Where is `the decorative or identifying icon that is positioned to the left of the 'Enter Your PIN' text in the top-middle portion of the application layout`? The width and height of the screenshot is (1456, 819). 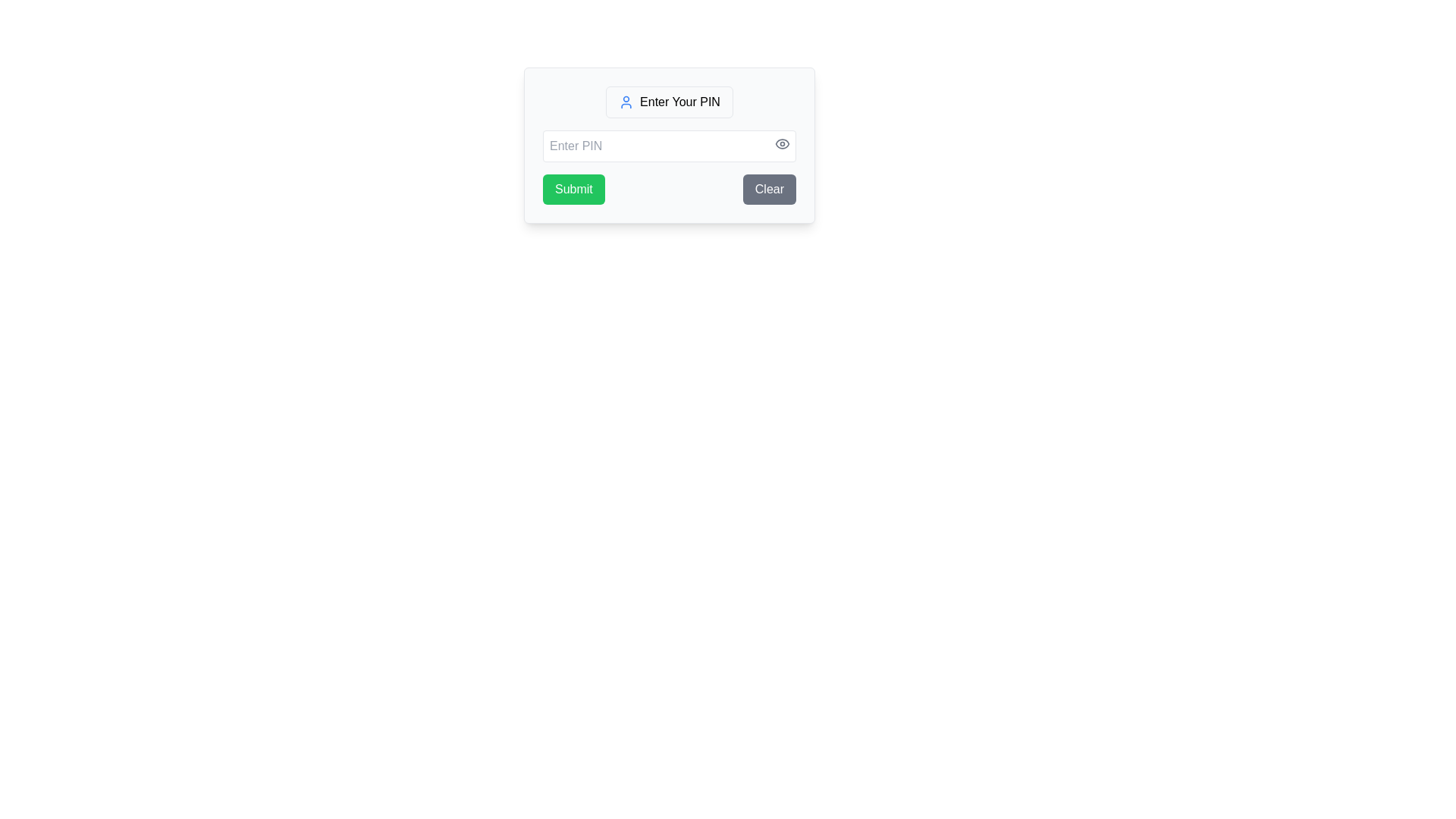 the decorative or identifying icon that is positioned to the left of the 'Enter Your PIN' text in the top-middle portion of the application layout is located at coordinates (626, 102).